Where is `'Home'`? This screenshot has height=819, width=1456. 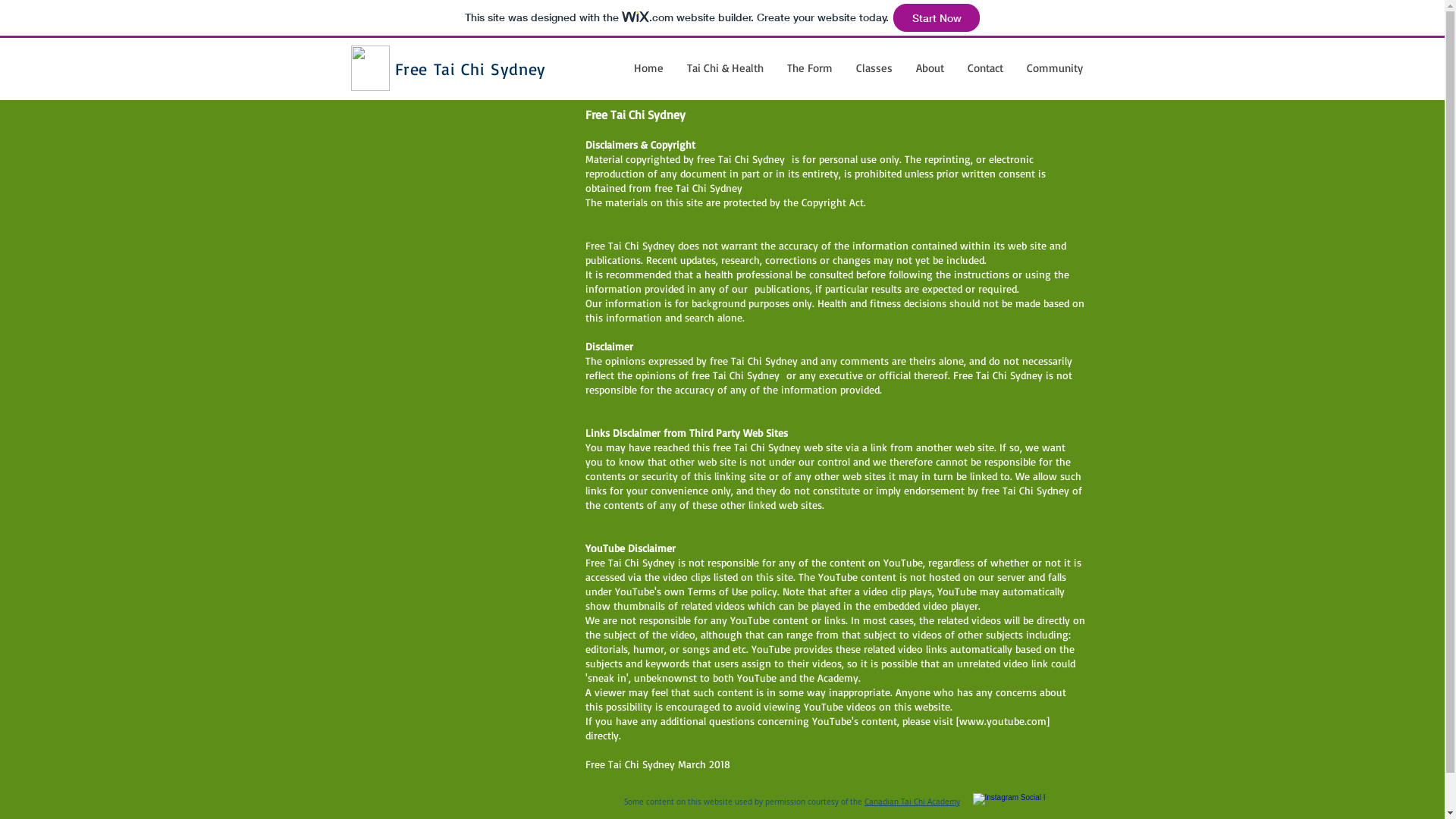 'Home' is located at coordinates (622, 67).